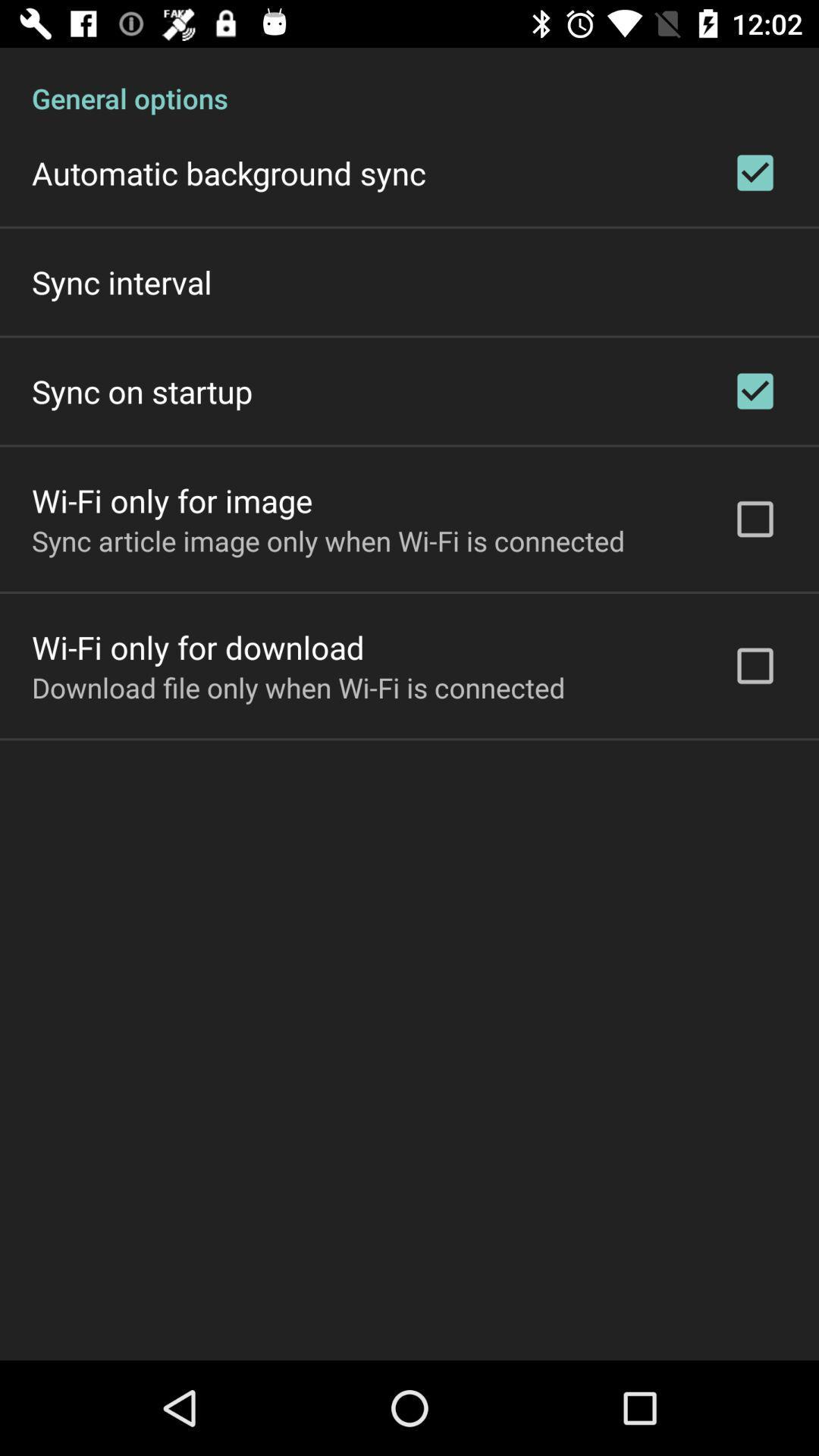  I want to click on icon below the automatic background sync icon, so click(121, 282).